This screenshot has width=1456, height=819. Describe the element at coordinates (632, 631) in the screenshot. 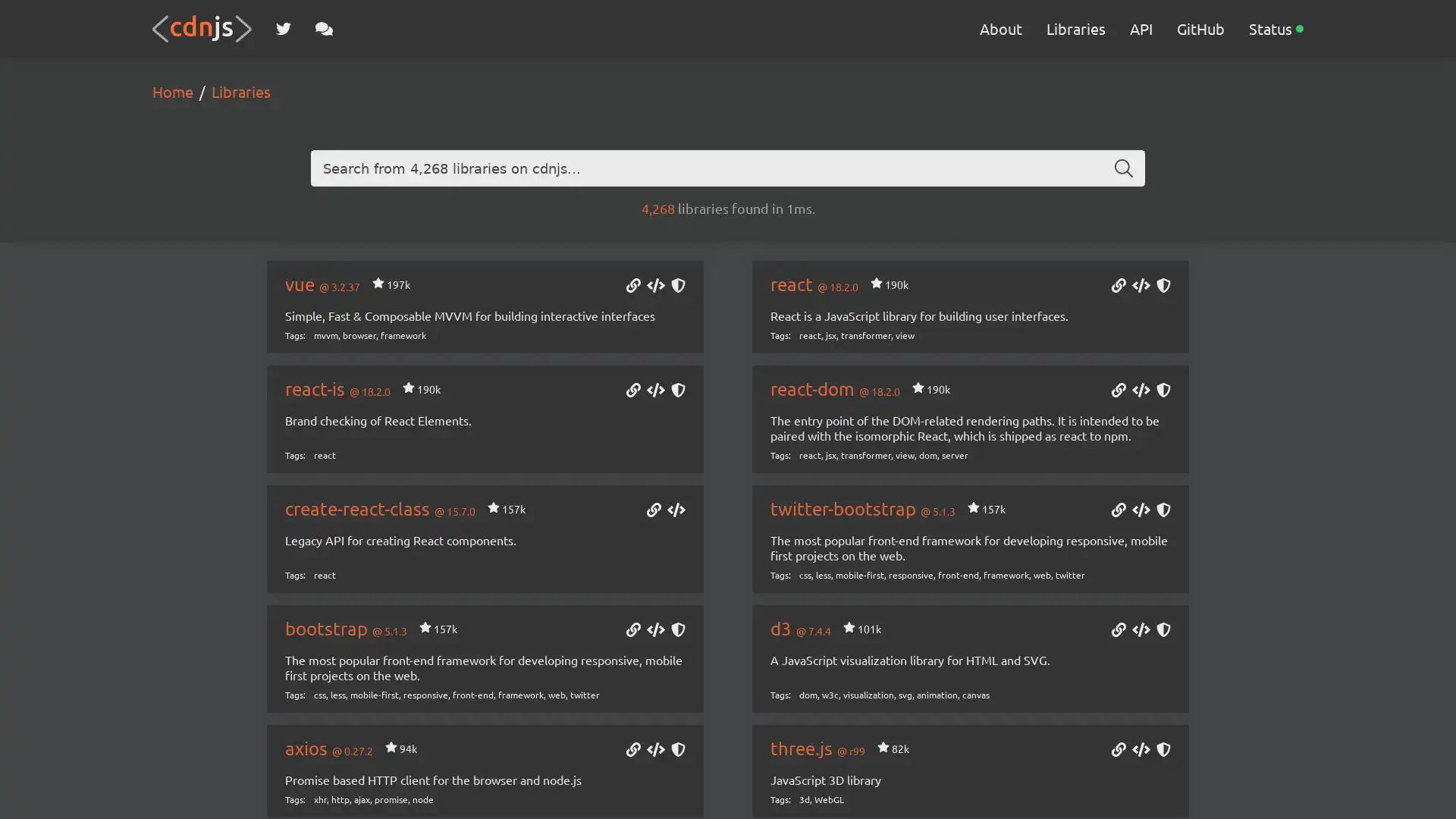

I see `Copy URL` at that location.